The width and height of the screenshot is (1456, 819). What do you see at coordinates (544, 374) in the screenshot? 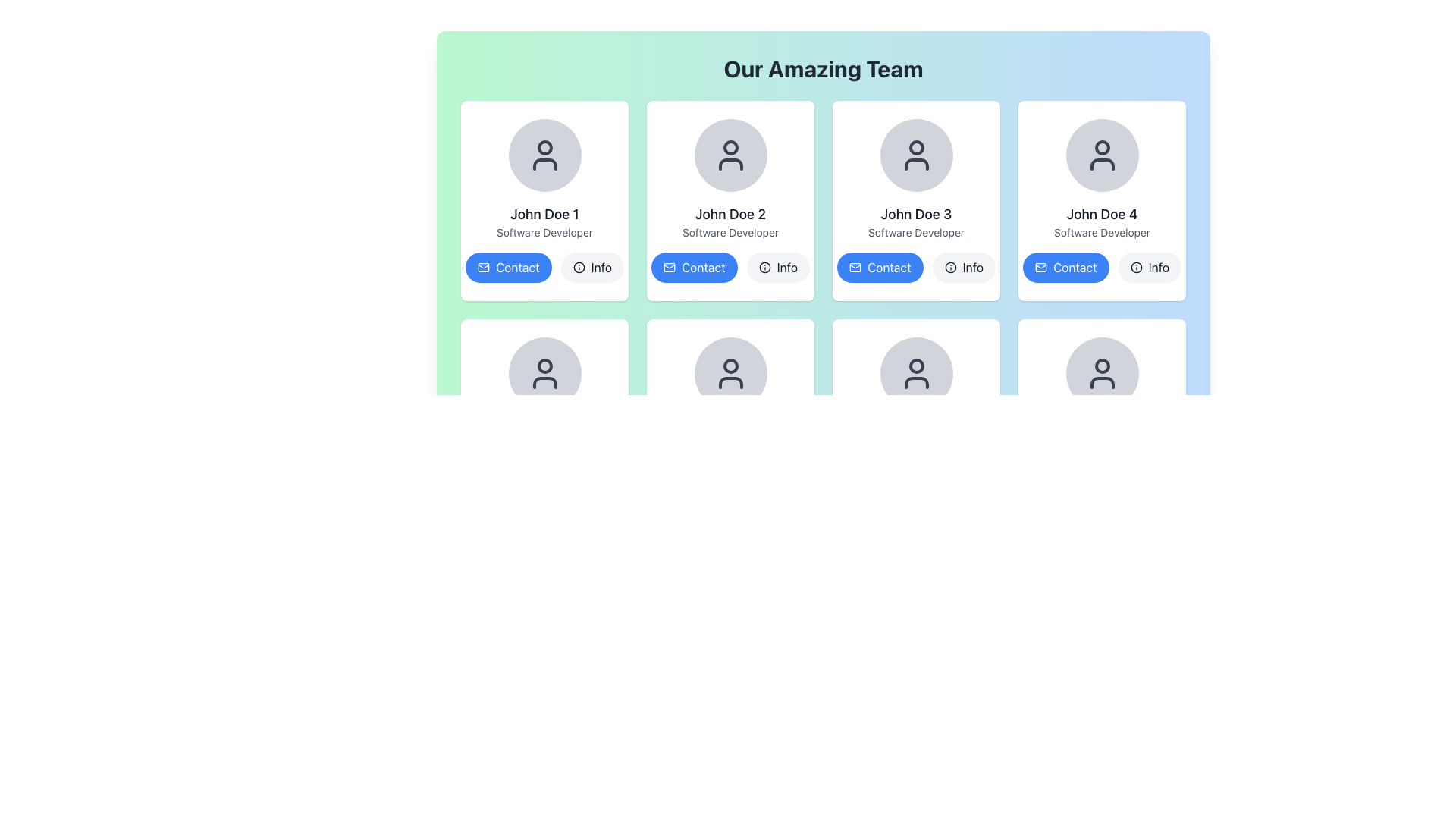
I see `the user avatar icon represented by an outline of a person's head and torso, located in the second row and first column of avatar items, with the label 'John Doe 1' above it` at bounding box center [544, 374].